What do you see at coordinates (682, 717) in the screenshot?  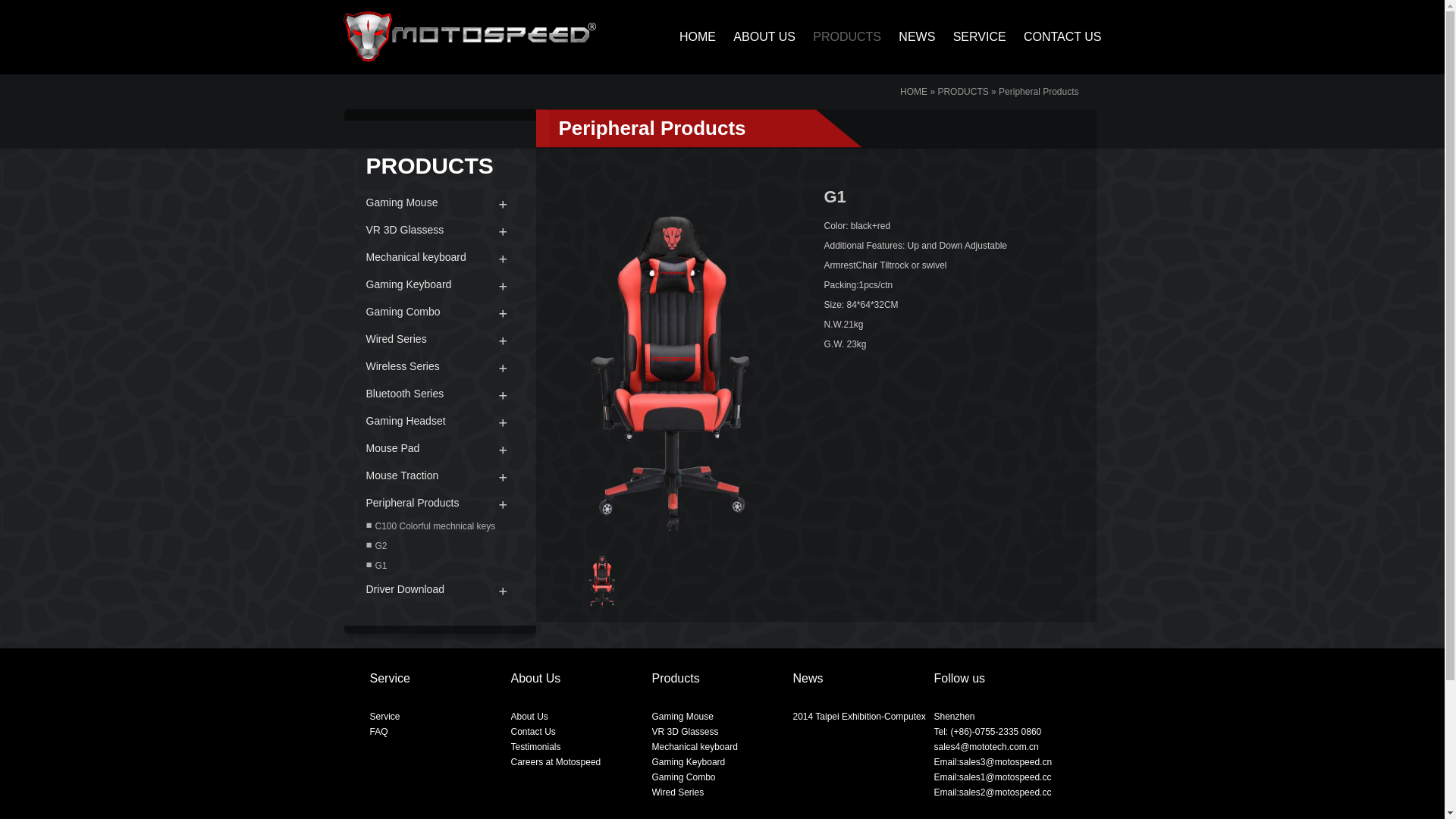 I see `'Gaming Mouse'` at bounding box center [682, 717].